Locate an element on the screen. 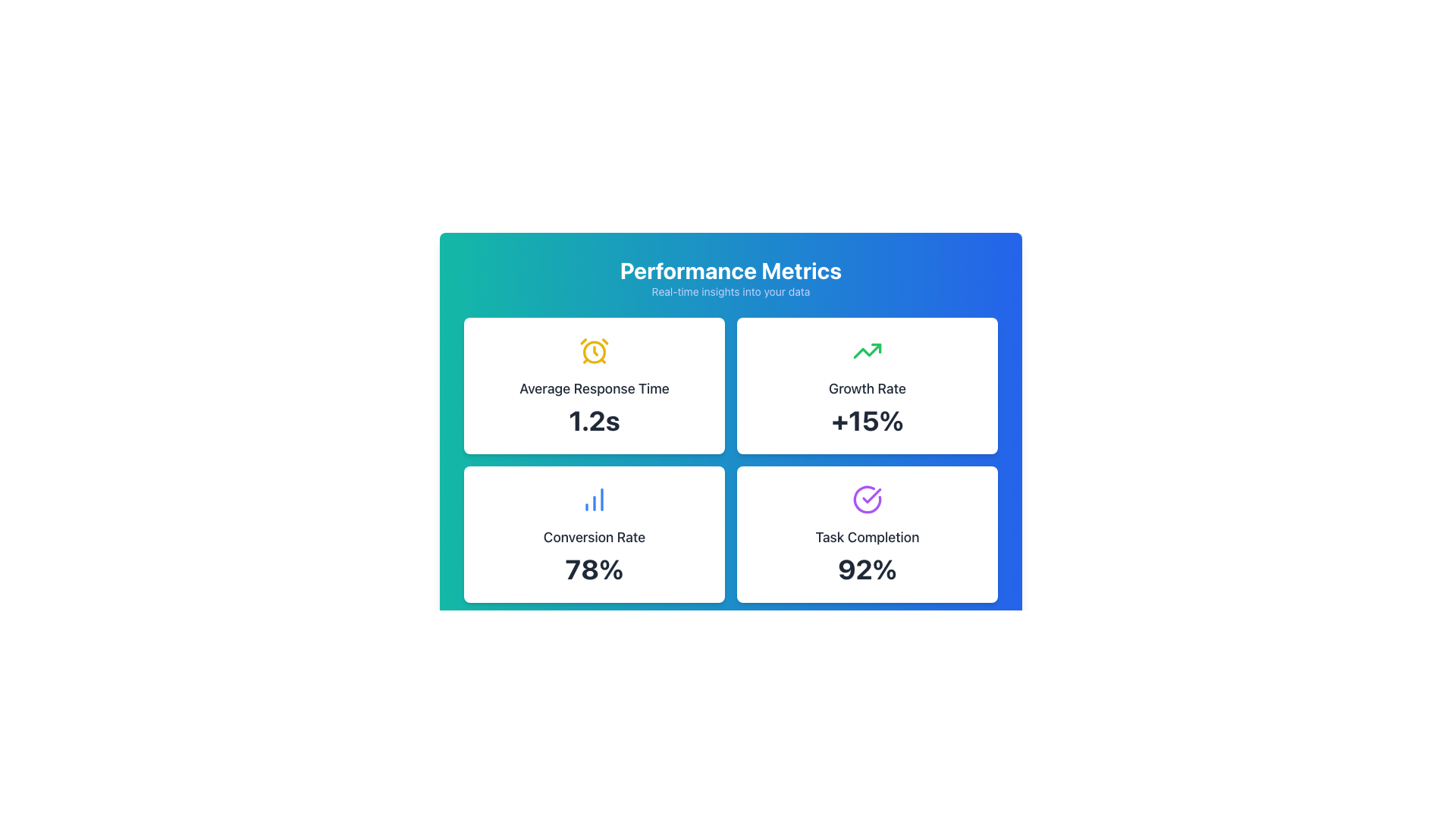  the text label element displaying 'Average Response Time', which is centrally aligned within the card above the text '1.2s' is located at coordinates (593, 388).